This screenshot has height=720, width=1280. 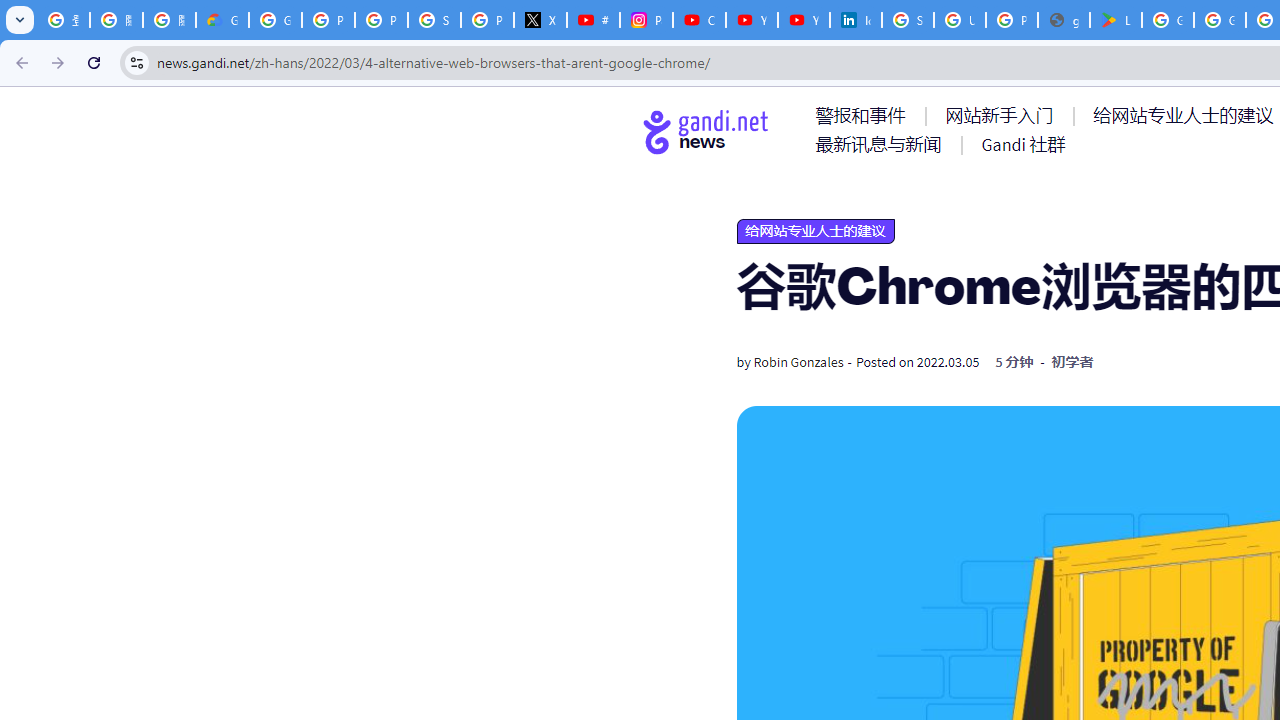 What do you see at coordinates (540, 20) in the screenshot?
I see `'X'` at bounding box center [540, 20].